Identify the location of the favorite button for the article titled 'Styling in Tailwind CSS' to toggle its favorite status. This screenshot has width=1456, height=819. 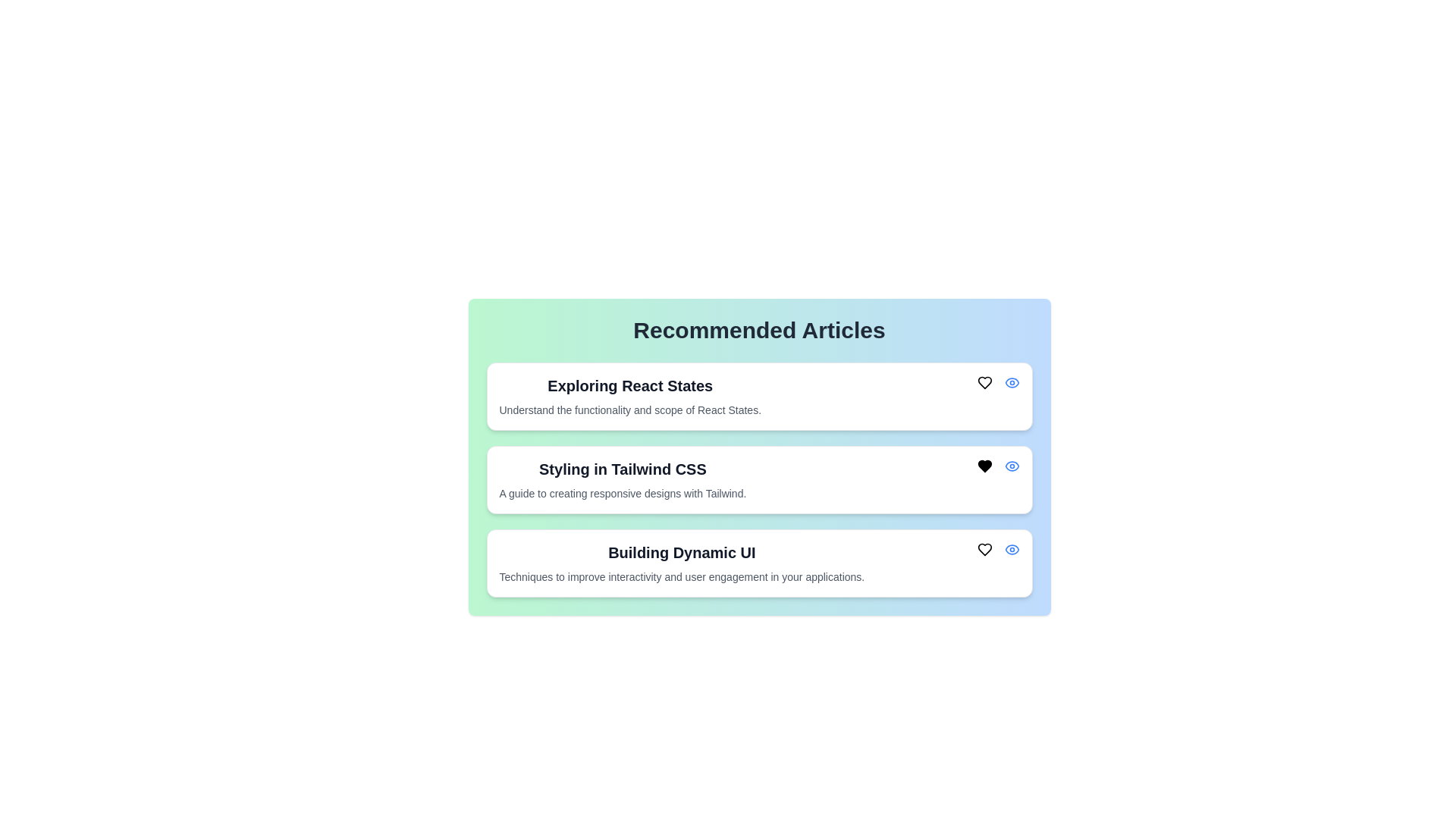
(984, 465).